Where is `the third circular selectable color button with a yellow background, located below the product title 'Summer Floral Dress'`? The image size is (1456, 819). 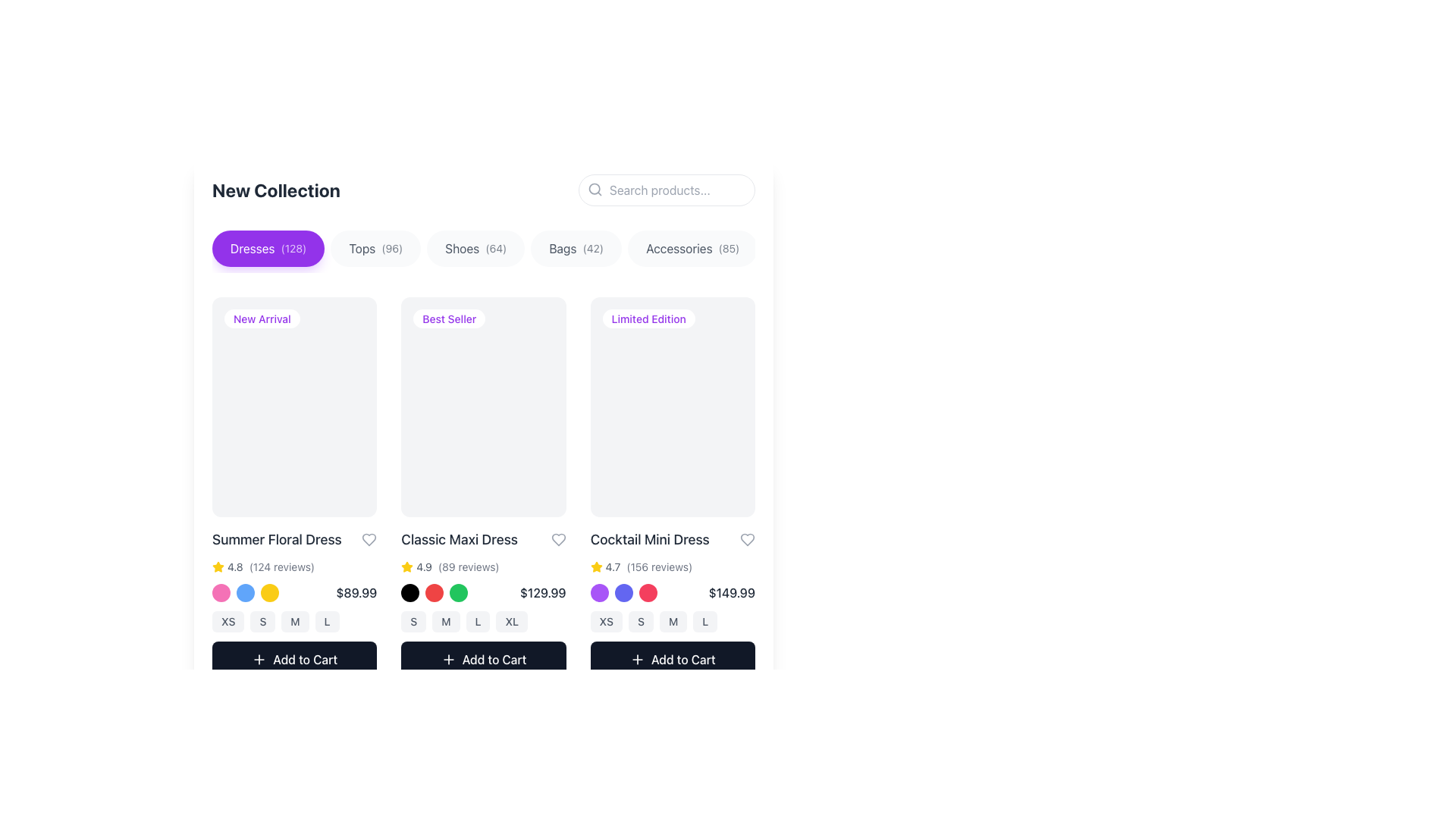
the third circular selectable color button with a yellow background, located below the product title 'Summer Floral Dress' is located at coordinates (269, 591).